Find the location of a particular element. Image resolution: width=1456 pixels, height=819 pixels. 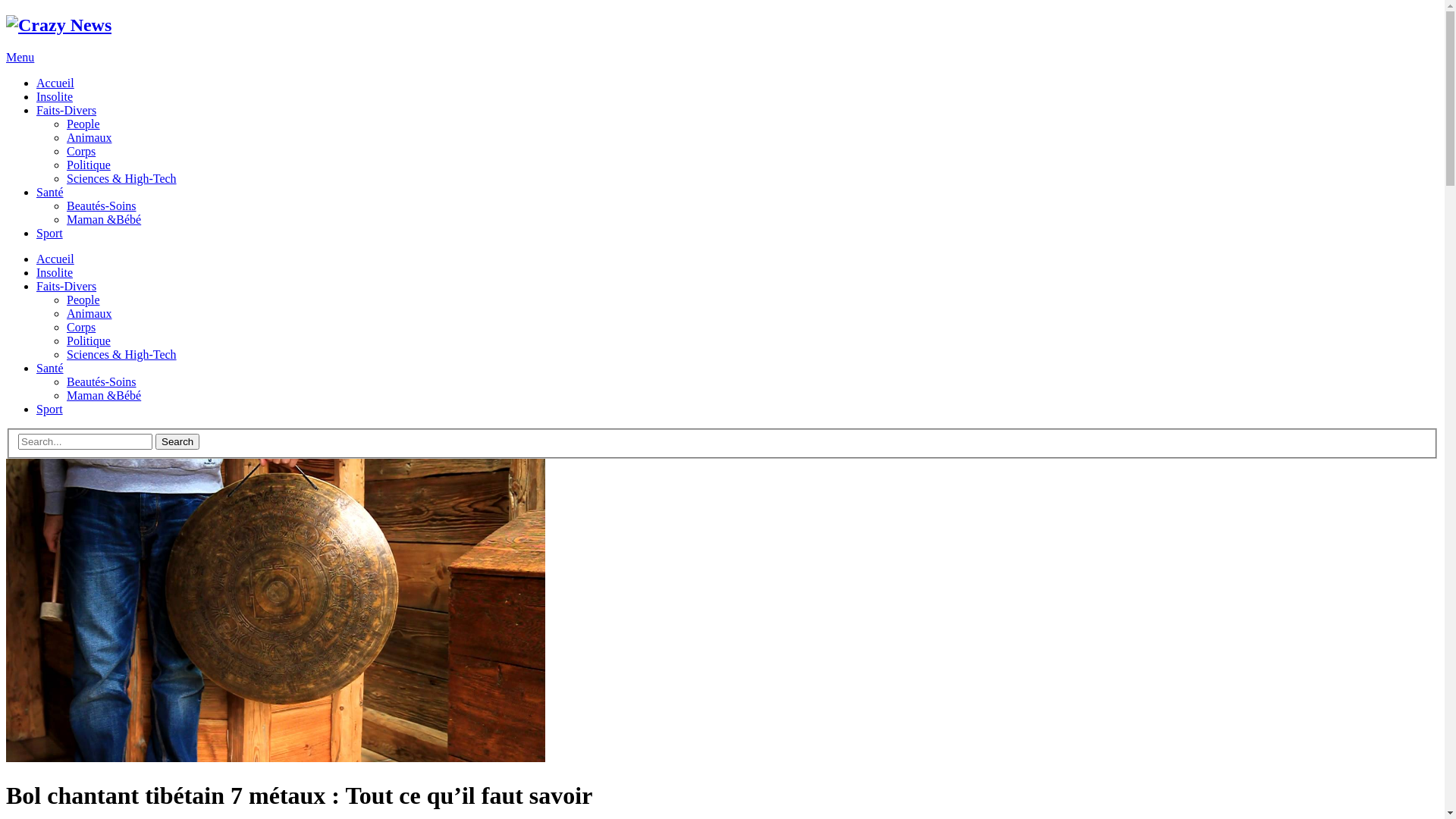

'Search' is located at coordinates (177, 441).